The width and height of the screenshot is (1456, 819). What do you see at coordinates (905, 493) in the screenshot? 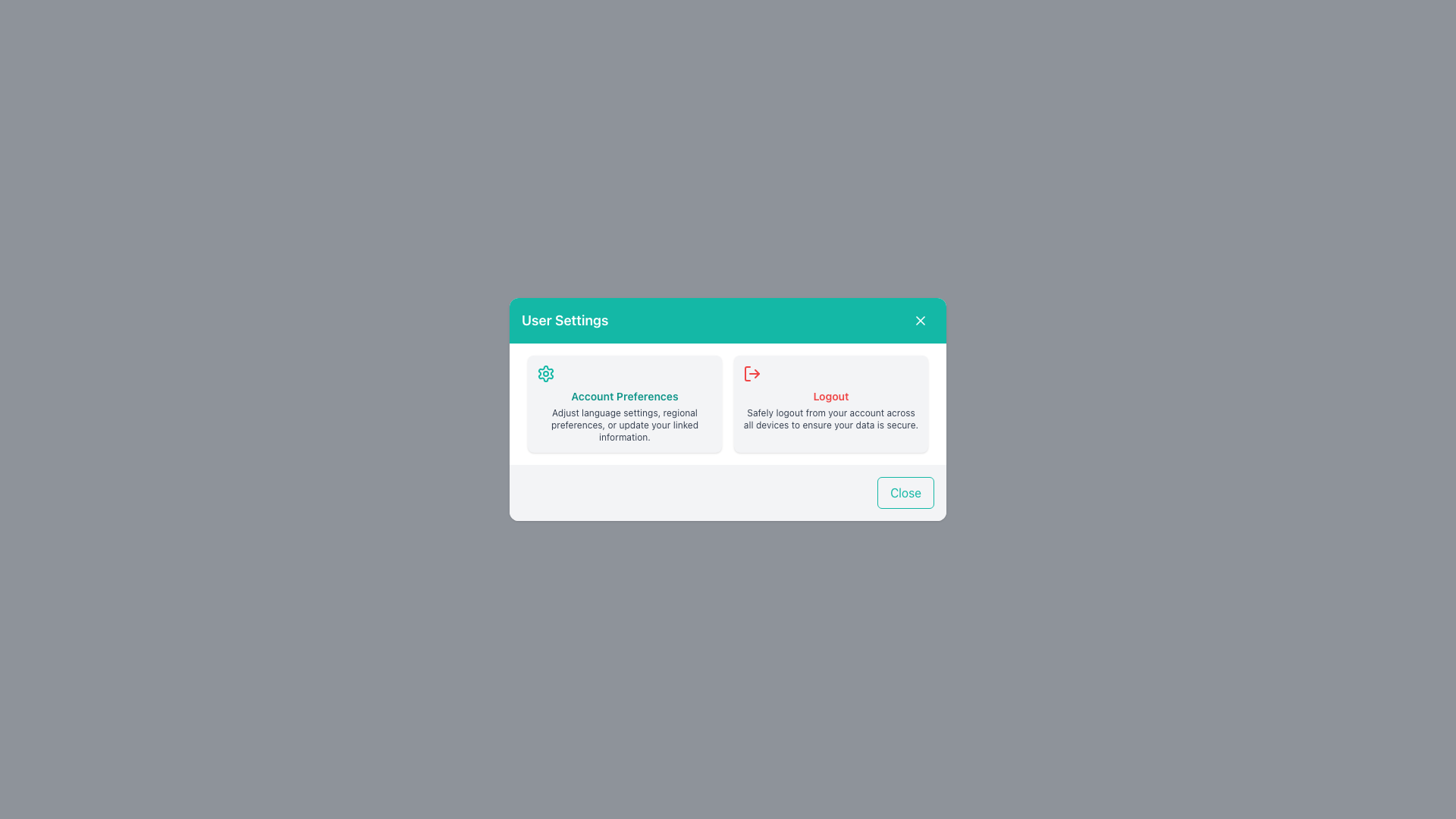
I see `the close button located at the bottom-right corner of the 'User Settings' dialog box` at bounding box center [905, 493].